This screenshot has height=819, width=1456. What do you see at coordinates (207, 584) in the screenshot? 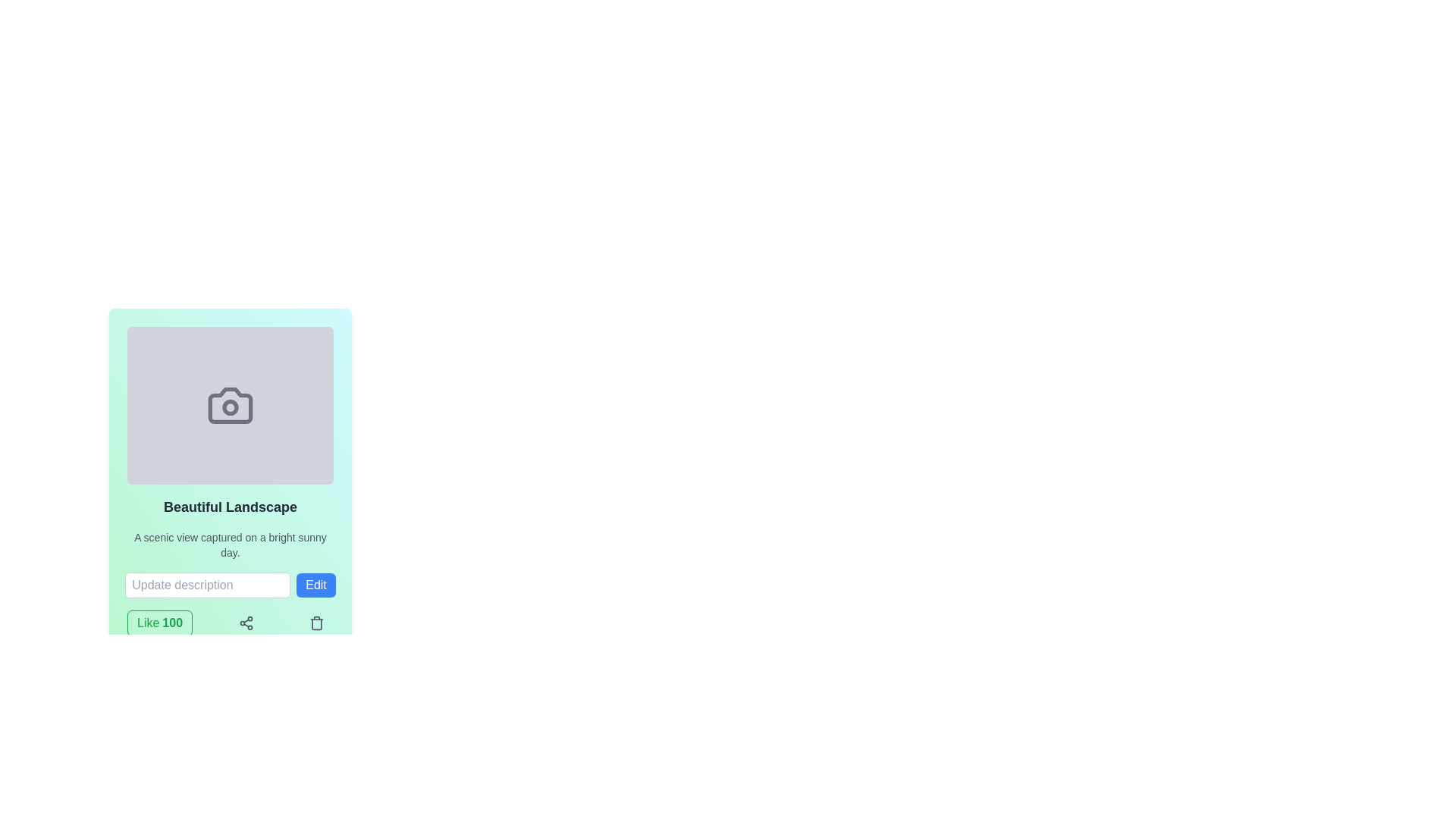
I see `the text input field for updating or modifying a description by pressing the tab key` at bounding box center [207, 584].